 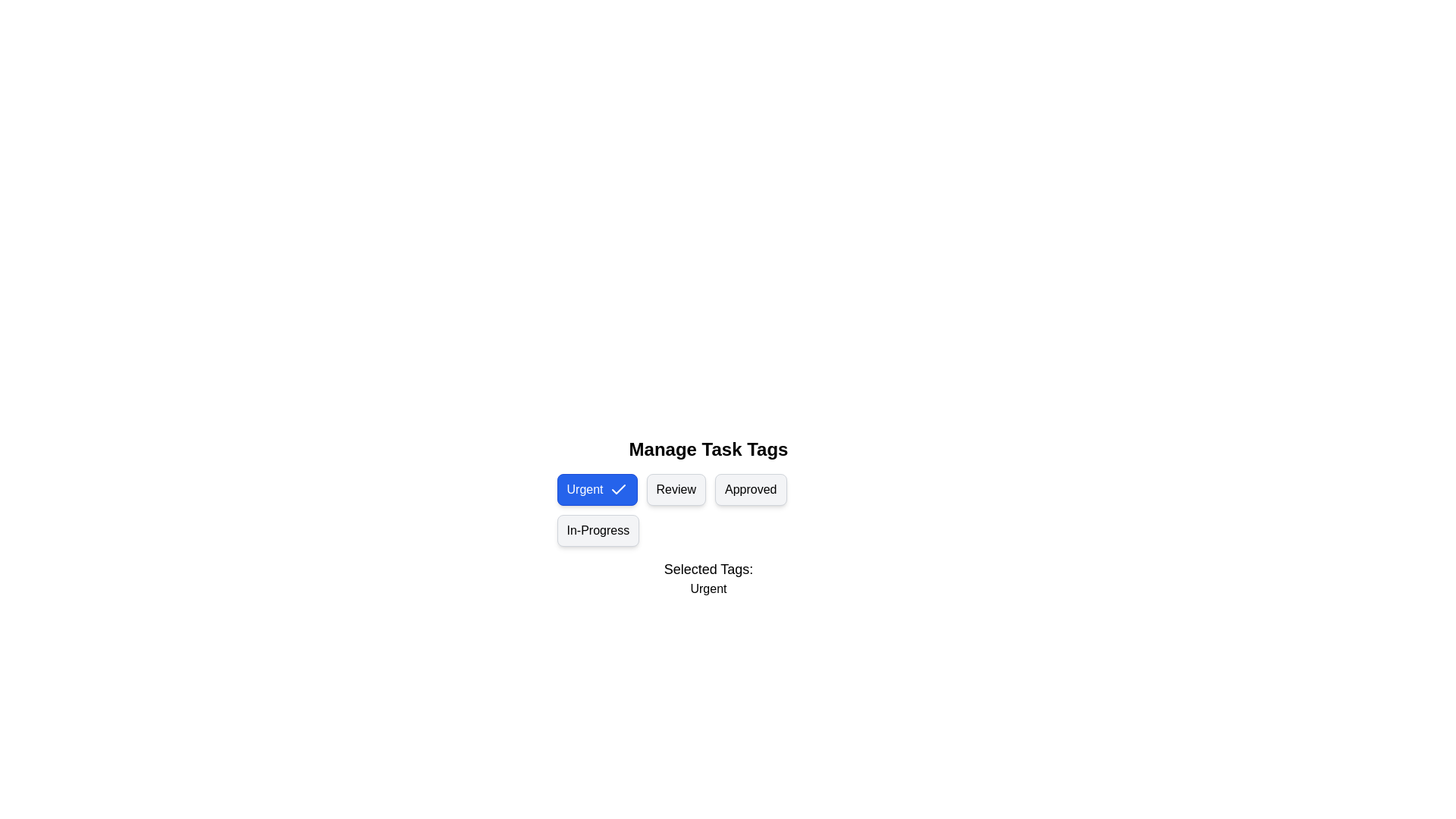 I want to click on the tag chip labeled Approved to toggle its selection state, so click(x=751, y=489).